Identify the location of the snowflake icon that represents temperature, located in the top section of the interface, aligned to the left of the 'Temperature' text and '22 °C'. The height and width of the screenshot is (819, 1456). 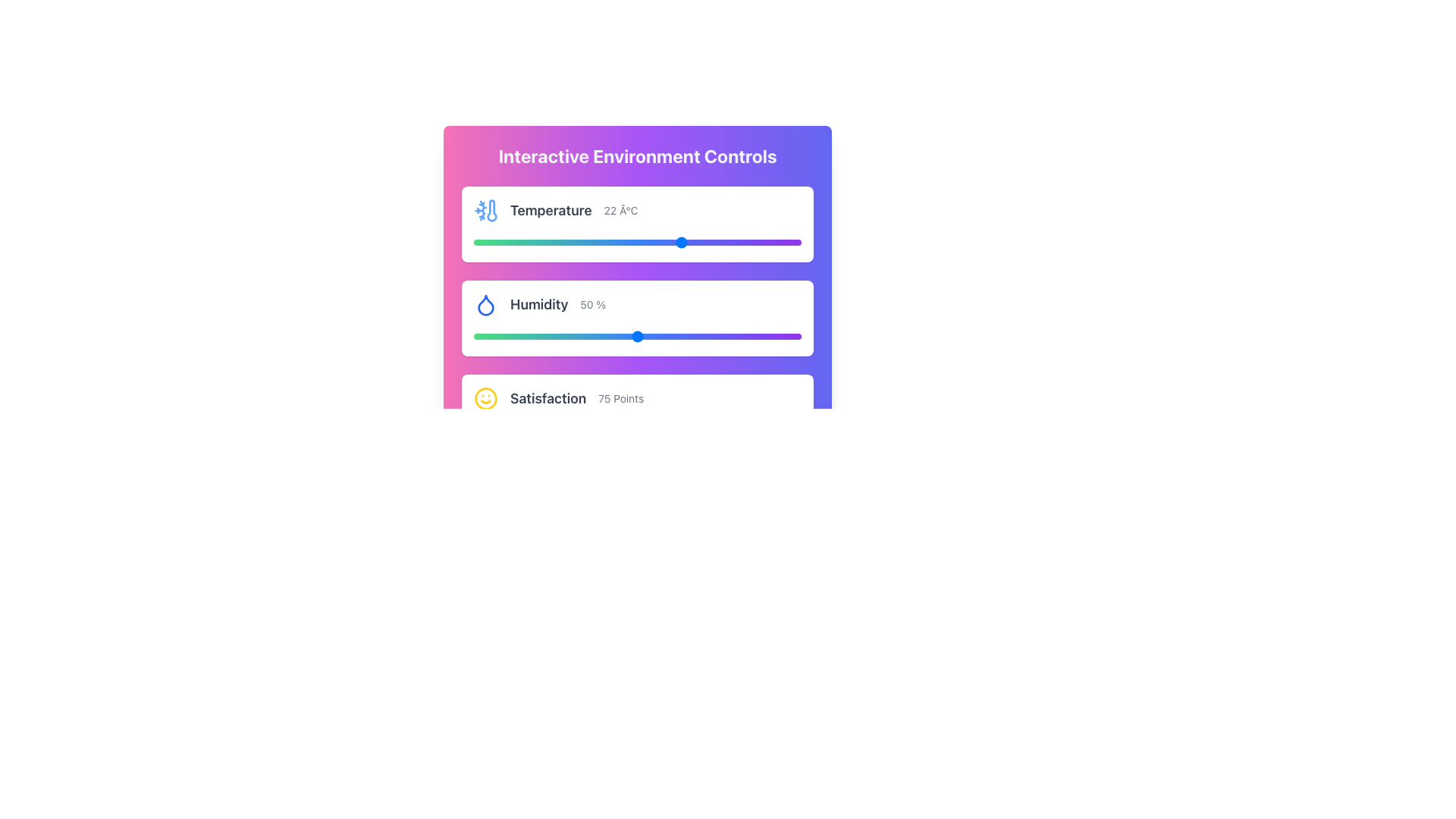
(486, 210).